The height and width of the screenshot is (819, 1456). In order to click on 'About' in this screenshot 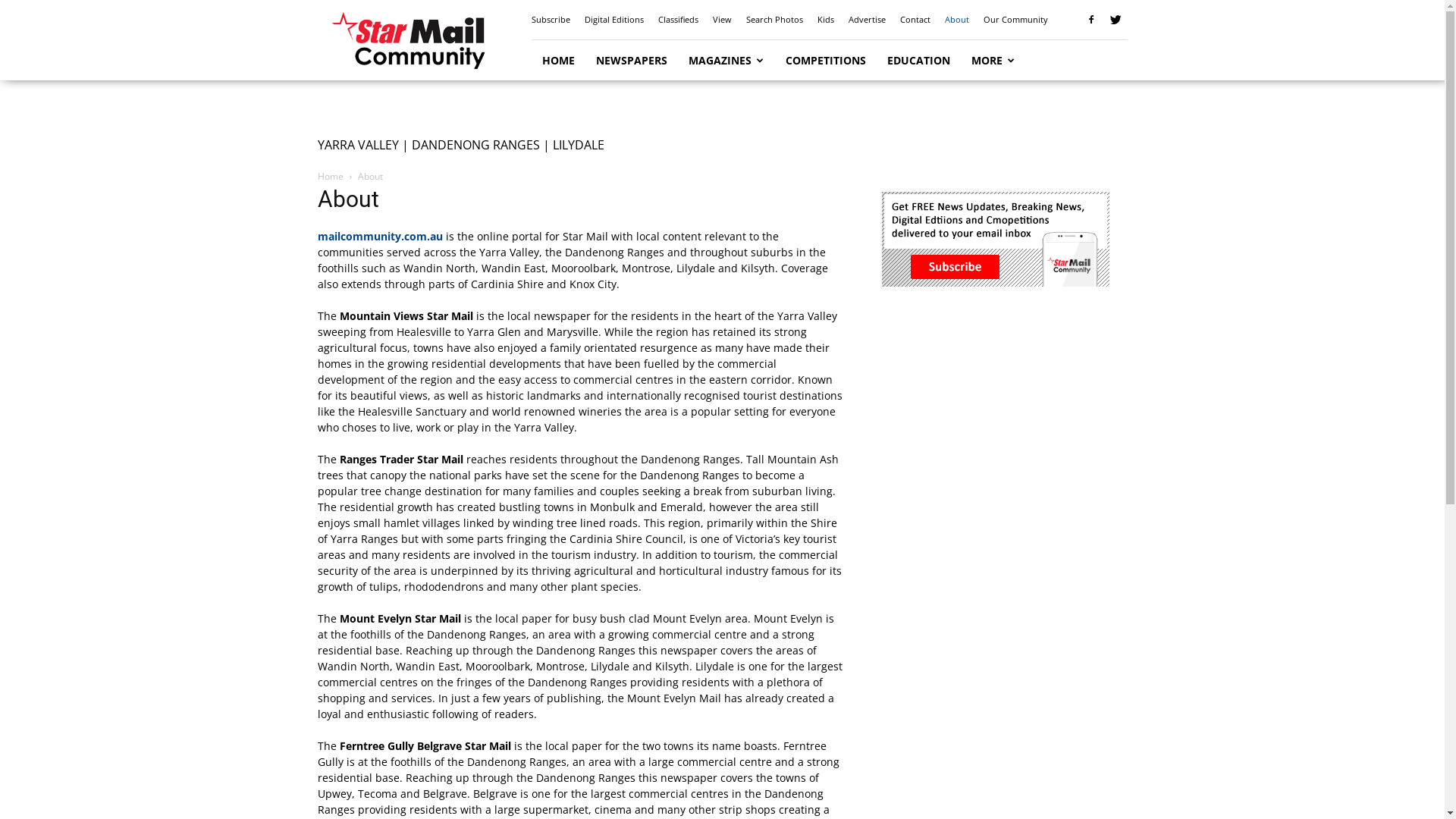, I will do `click(956, 19)`.